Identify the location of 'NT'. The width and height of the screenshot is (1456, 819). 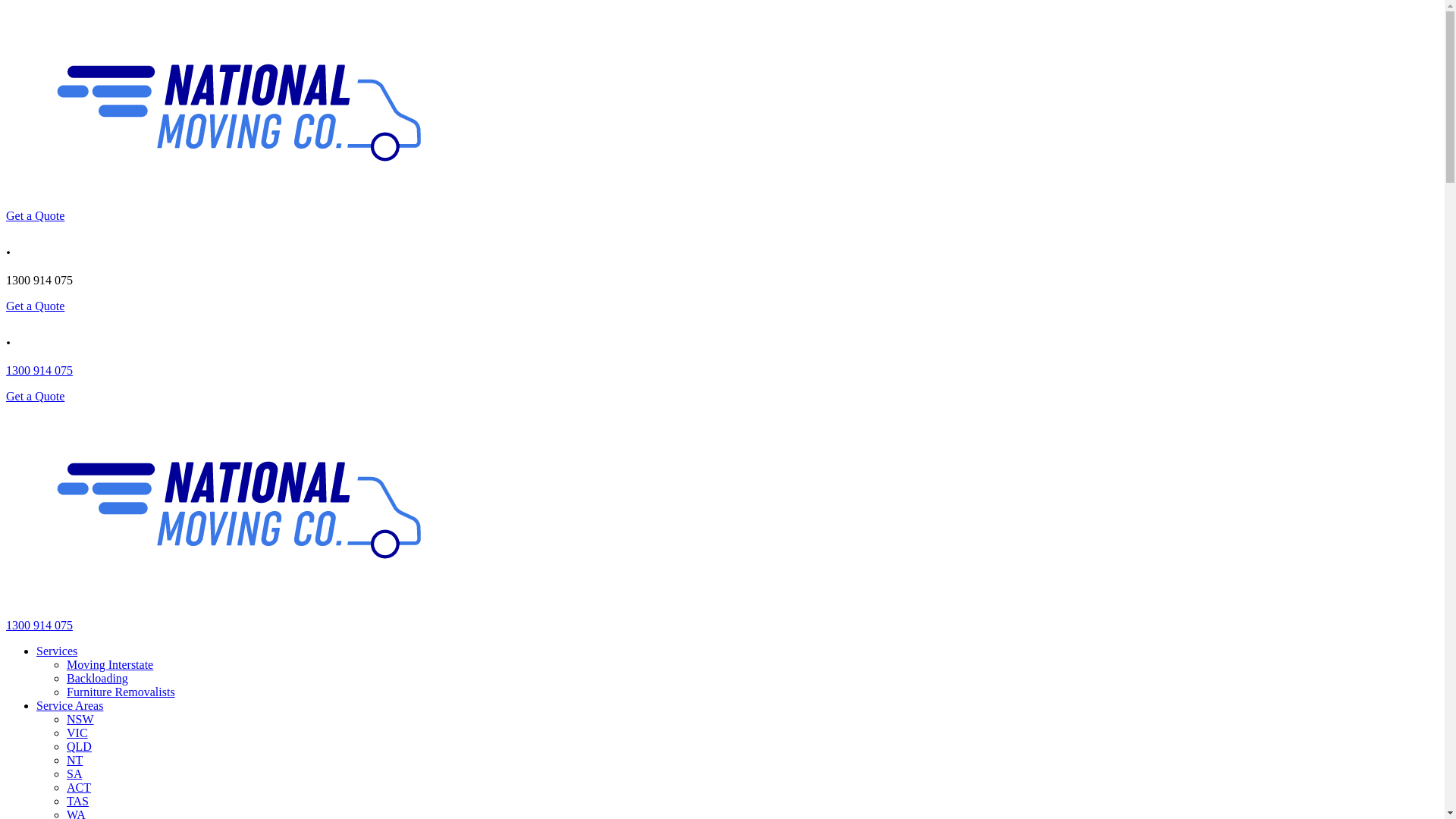
(74, 760).